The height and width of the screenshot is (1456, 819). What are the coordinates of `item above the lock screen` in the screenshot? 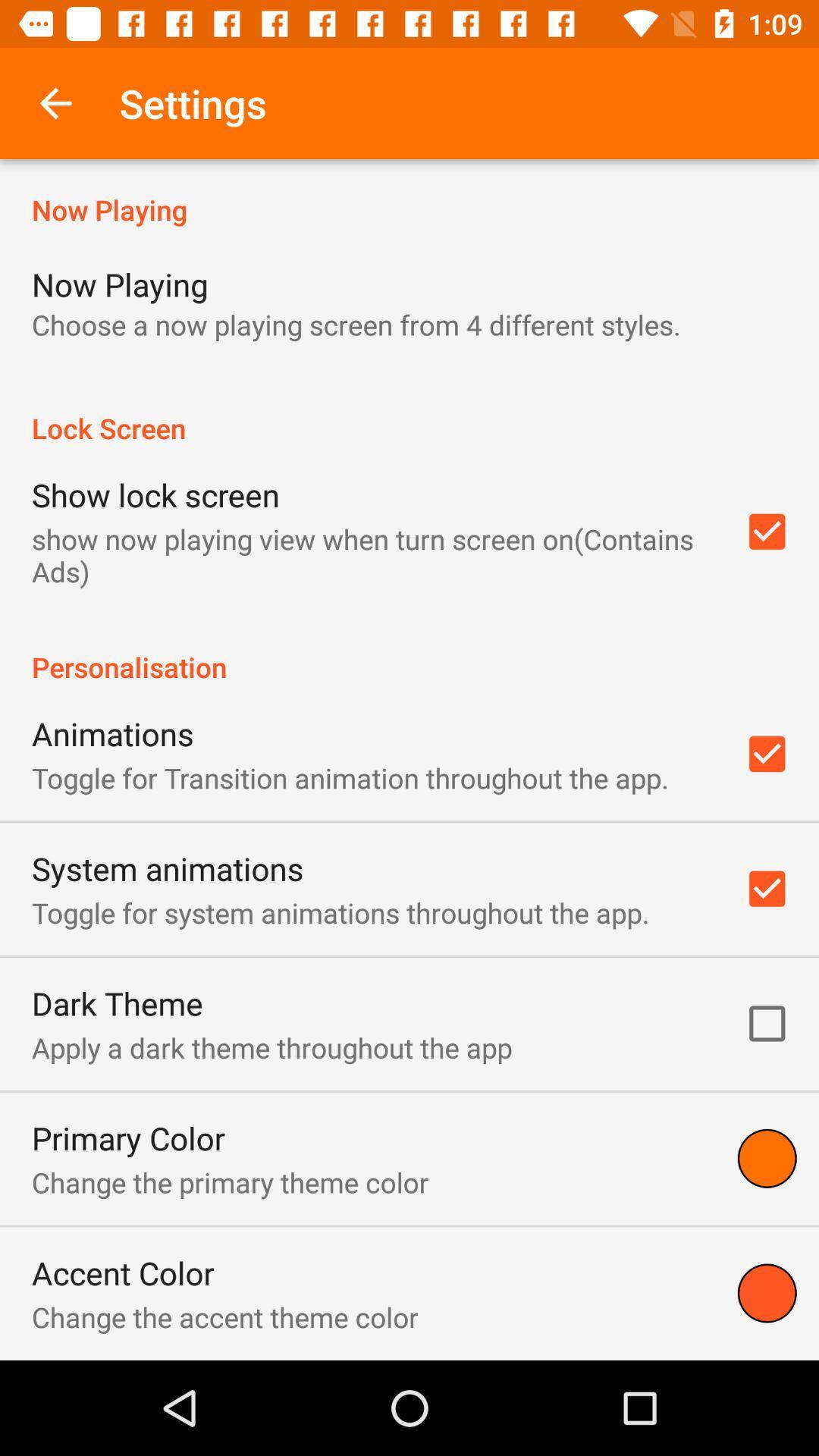 It's located at (356, 324).